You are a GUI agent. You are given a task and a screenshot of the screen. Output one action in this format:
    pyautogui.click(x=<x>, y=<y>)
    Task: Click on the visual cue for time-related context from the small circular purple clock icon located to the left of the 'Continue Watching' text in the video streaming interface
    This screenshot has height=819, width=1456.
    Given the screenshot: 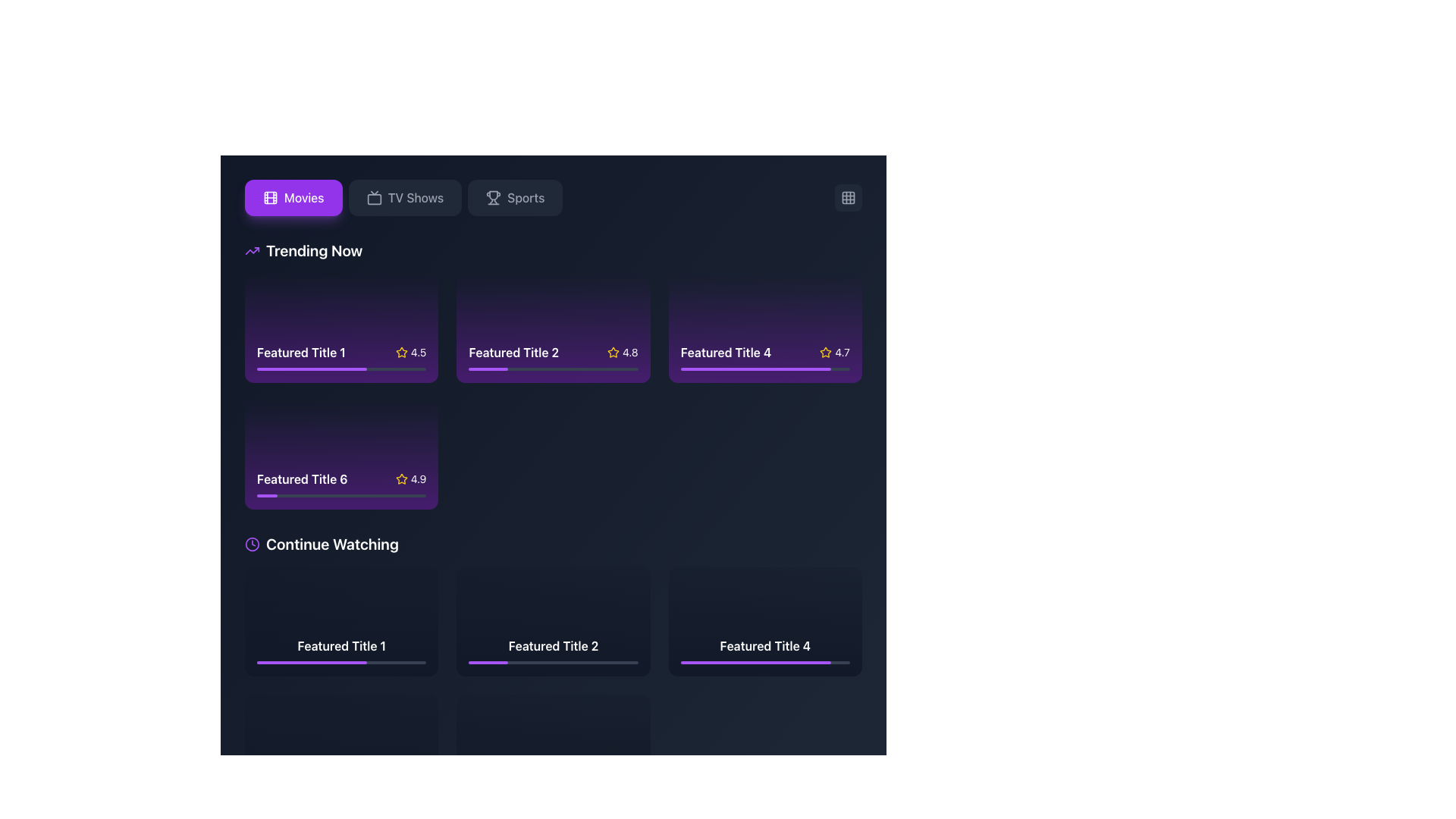 What is the action you would take?
    pyautogui.click(x=252, y=543)
    